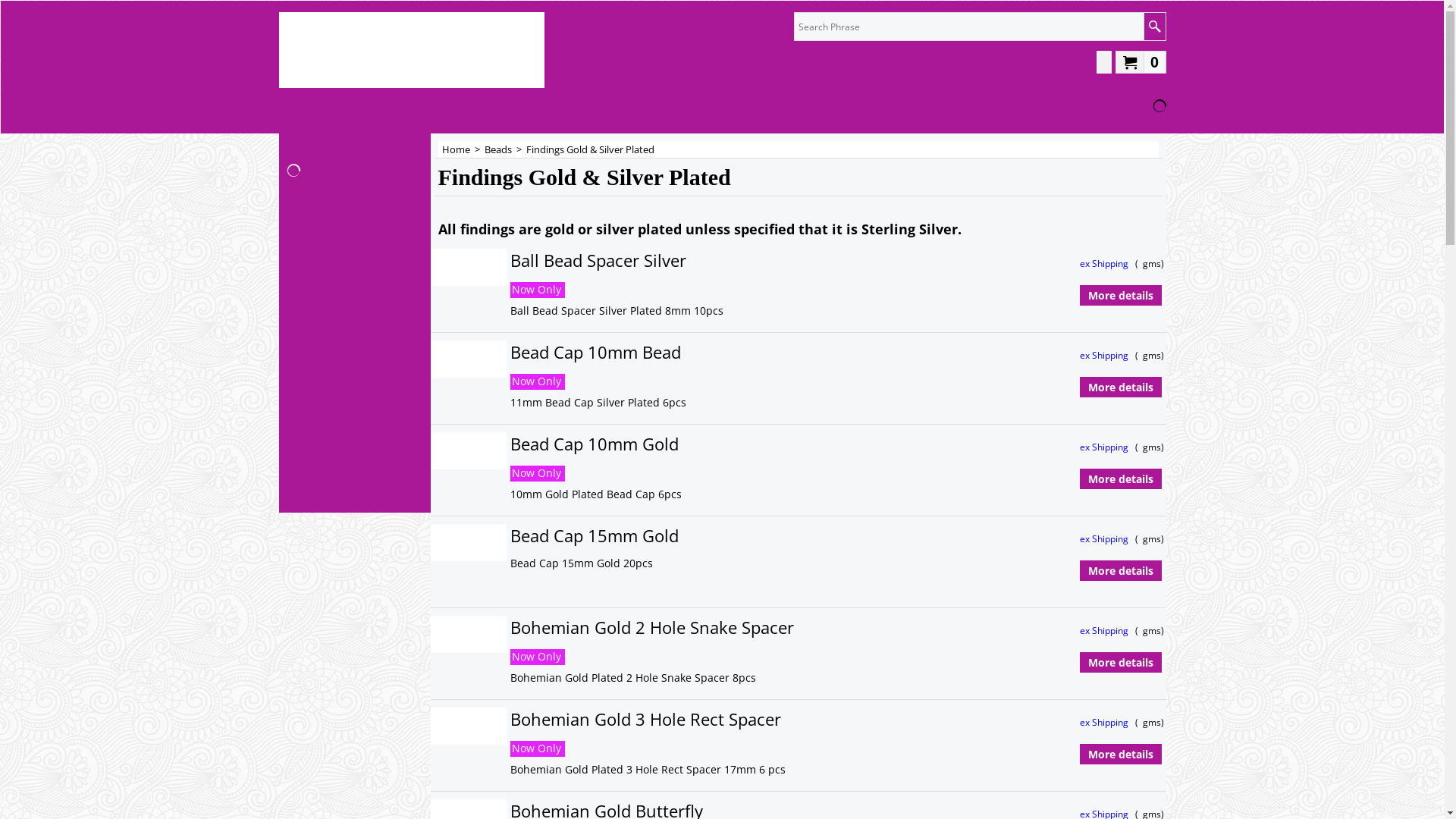 The image size is (1456, 819). Describe the element at coordinates (1105, 262) in the screenshot. I see `'ex Shipping'` at that location.